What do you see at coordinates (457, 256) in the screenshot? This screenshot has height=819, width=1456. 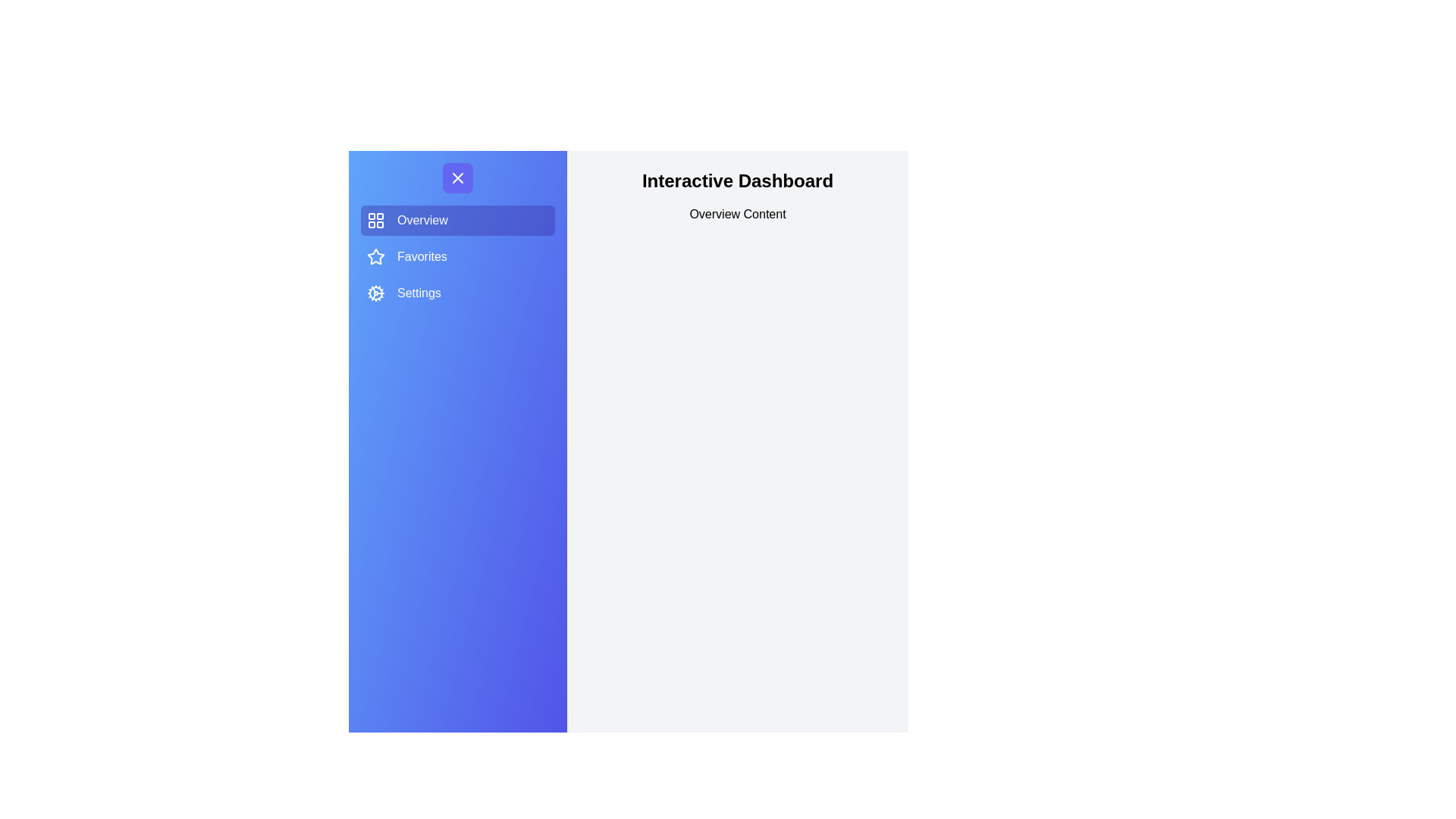 I see `the menu item labeled Favorites to observe its hover effect` at bounding box center [457, 256].